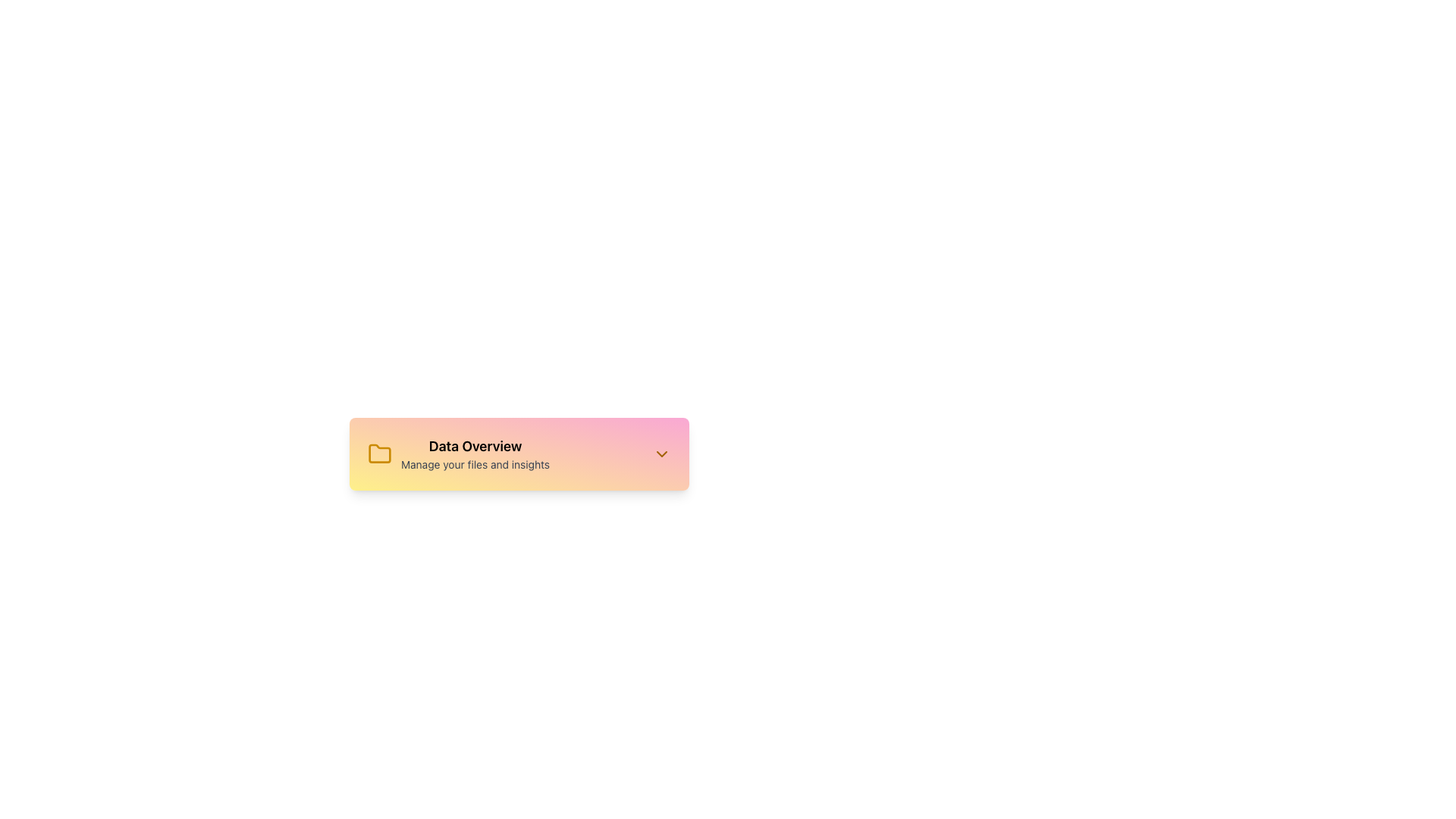 The height and width of the screenshot is (819, 1456). I want to click on the static text label that provides descriptive information related to the 'Data Overview' section, located immediately below the 'Data Overview' text, so click(475, 464).